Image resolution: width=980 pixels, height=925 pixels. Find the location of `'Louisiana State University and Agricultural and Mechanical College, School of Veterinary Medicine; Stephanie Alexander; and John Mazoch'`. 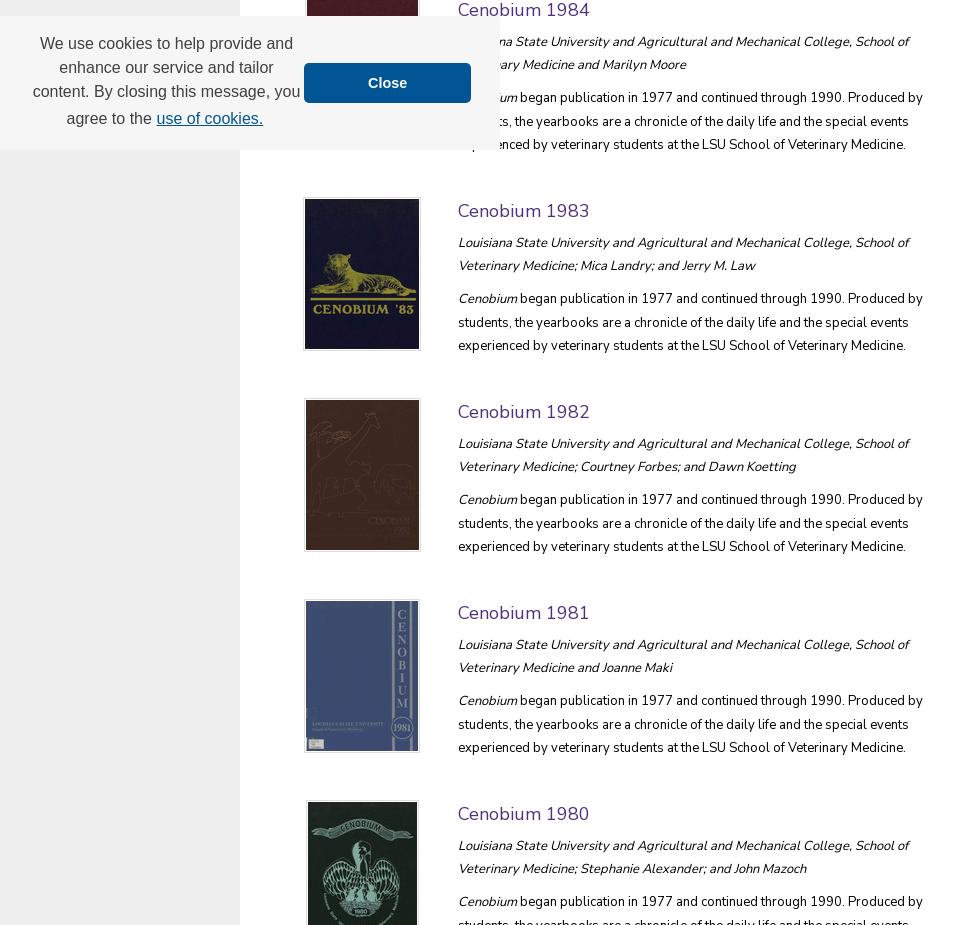

'Louisiana State University and Agricultural and Mechanical College, School of Veterinary Medicine; Stephanie Alexander; and John Mazoch' is located at coordinates (457, 856).